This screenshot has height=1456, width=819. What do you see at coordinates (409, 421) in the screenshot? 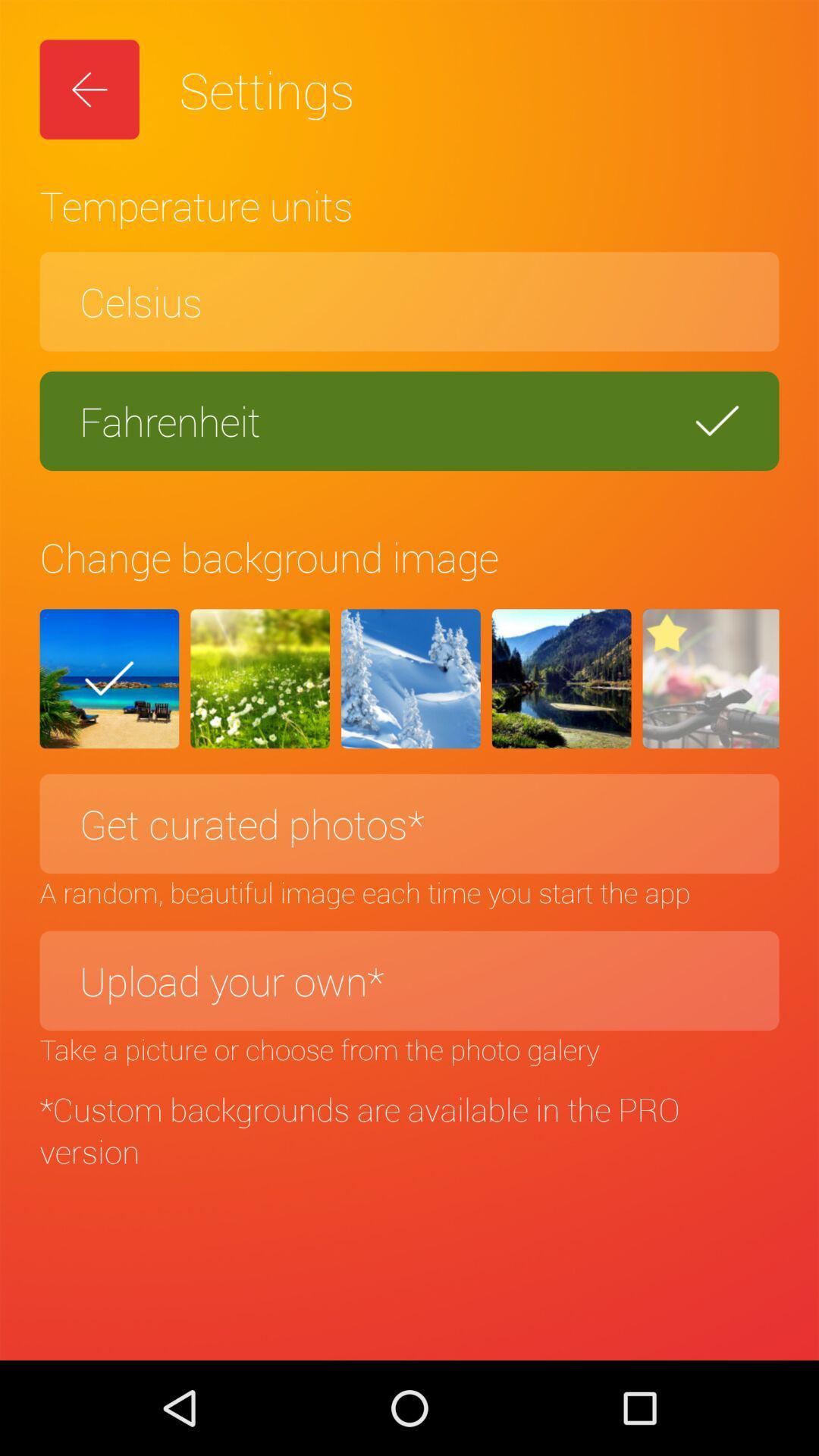
I see `the fahrenheit icon` at bounding box center [409, 421].